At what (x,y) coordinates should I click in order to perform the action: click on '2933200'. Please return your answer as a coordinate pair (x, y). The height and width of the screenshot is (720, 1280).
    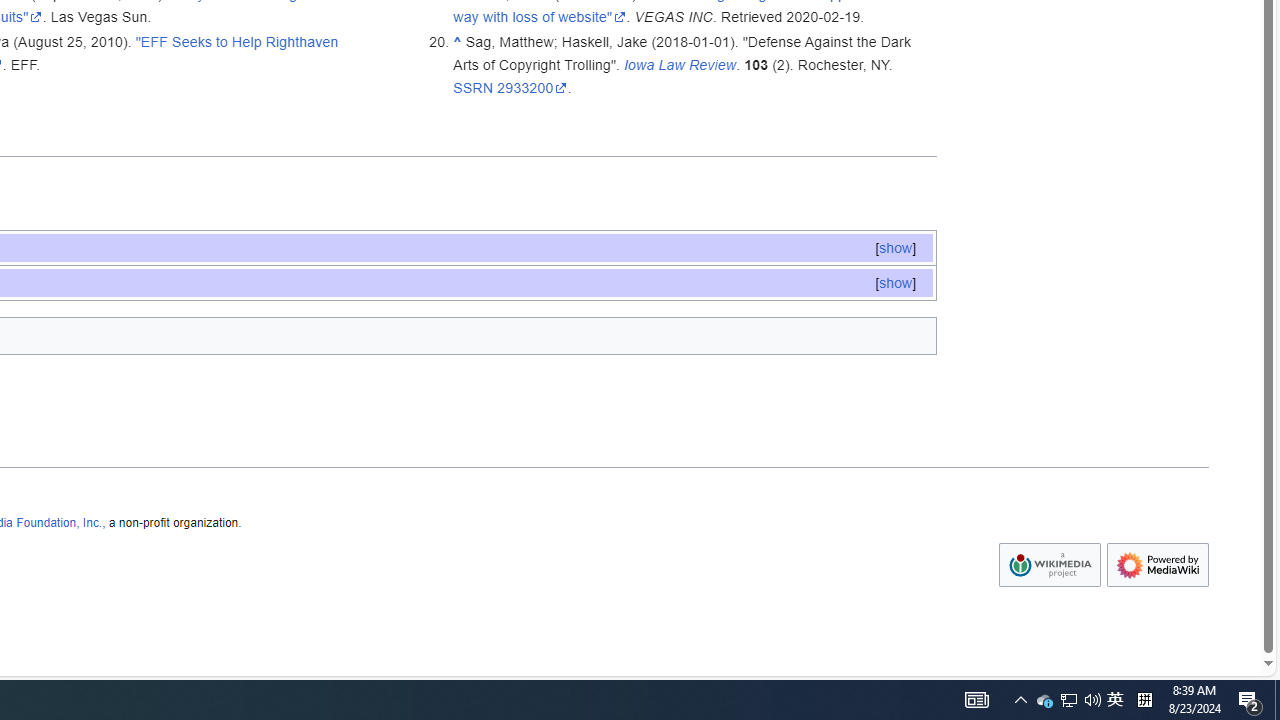
    Looking at the image, I should click on (532, 86).